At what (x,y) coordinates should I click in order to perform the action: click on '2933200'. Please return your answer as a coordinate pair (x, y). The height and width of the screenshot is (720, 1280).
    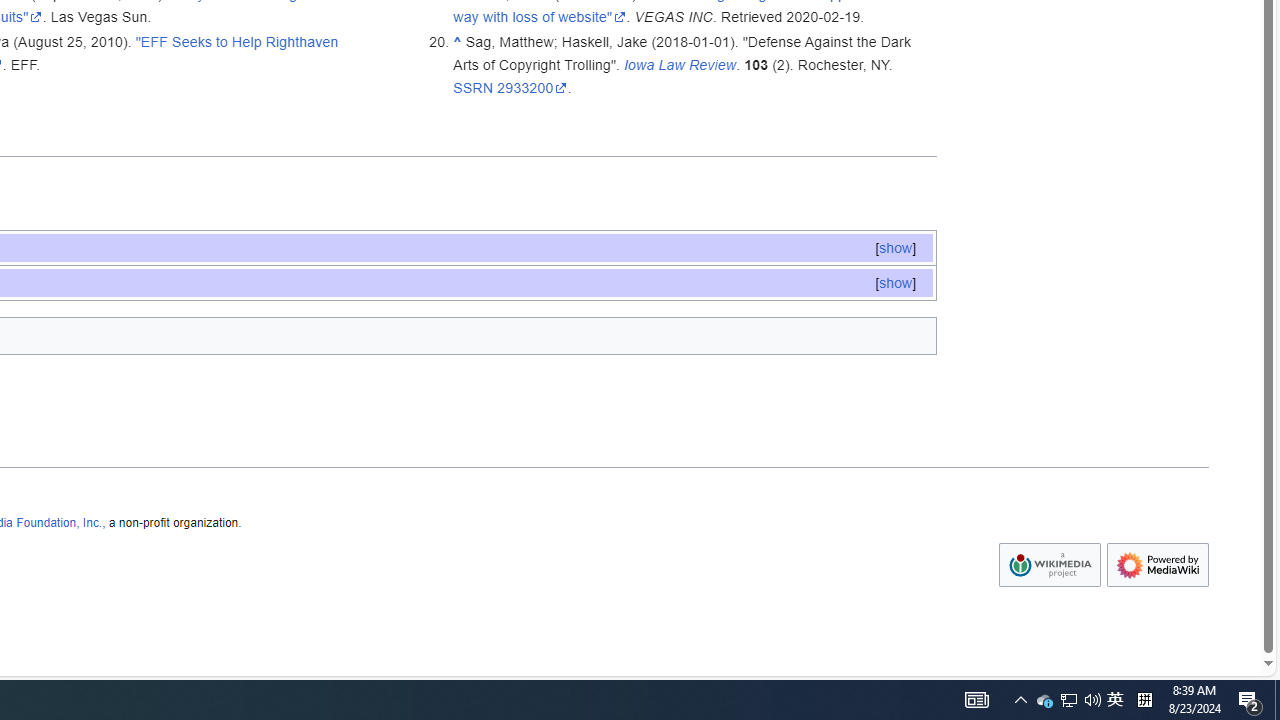
    Looking at the image, I should click on (532, 86).